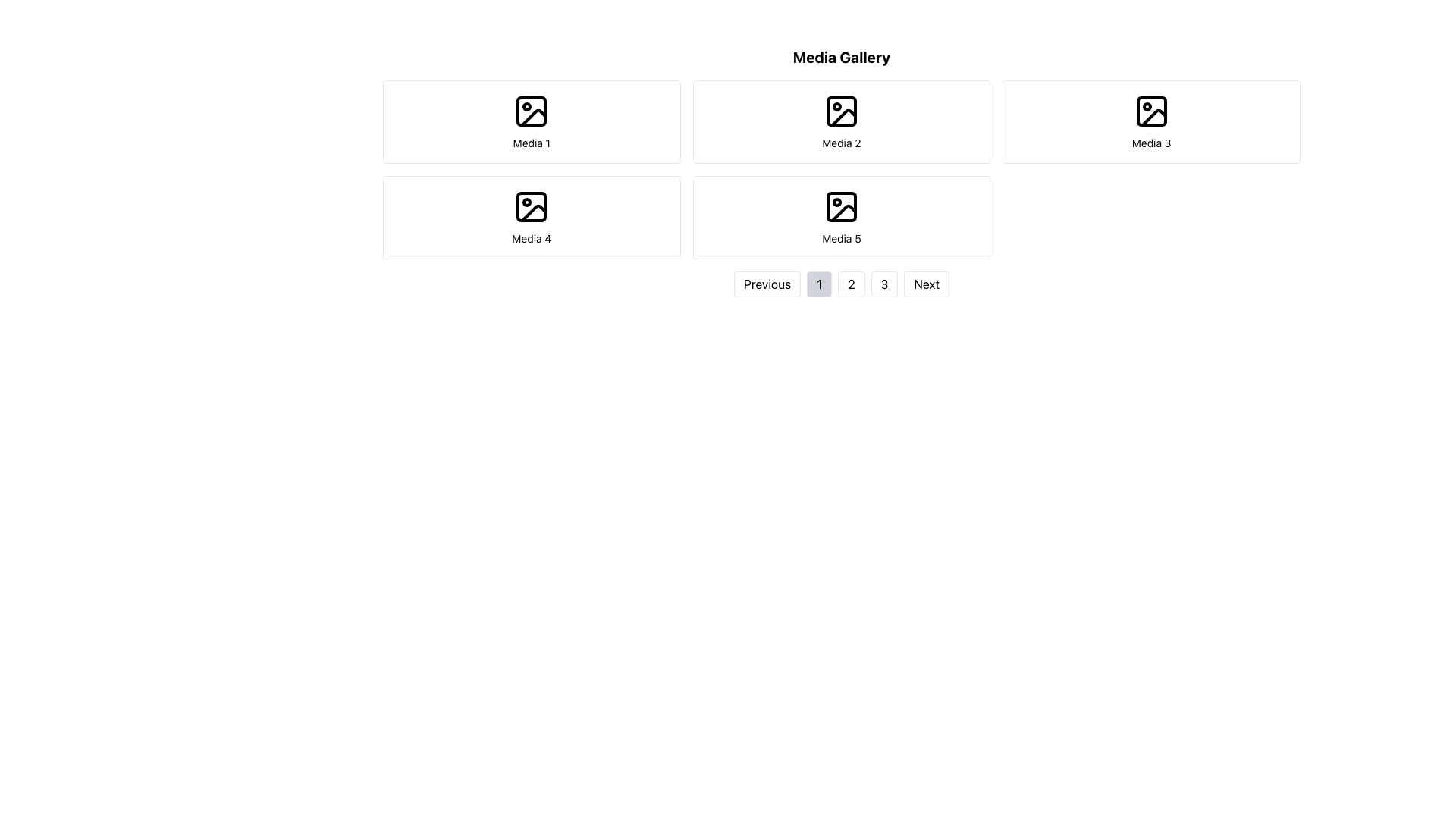 The width and height of the screenshot is (1456, 819). I want to click on the 'Media 4' tile component, so click(532, 217).